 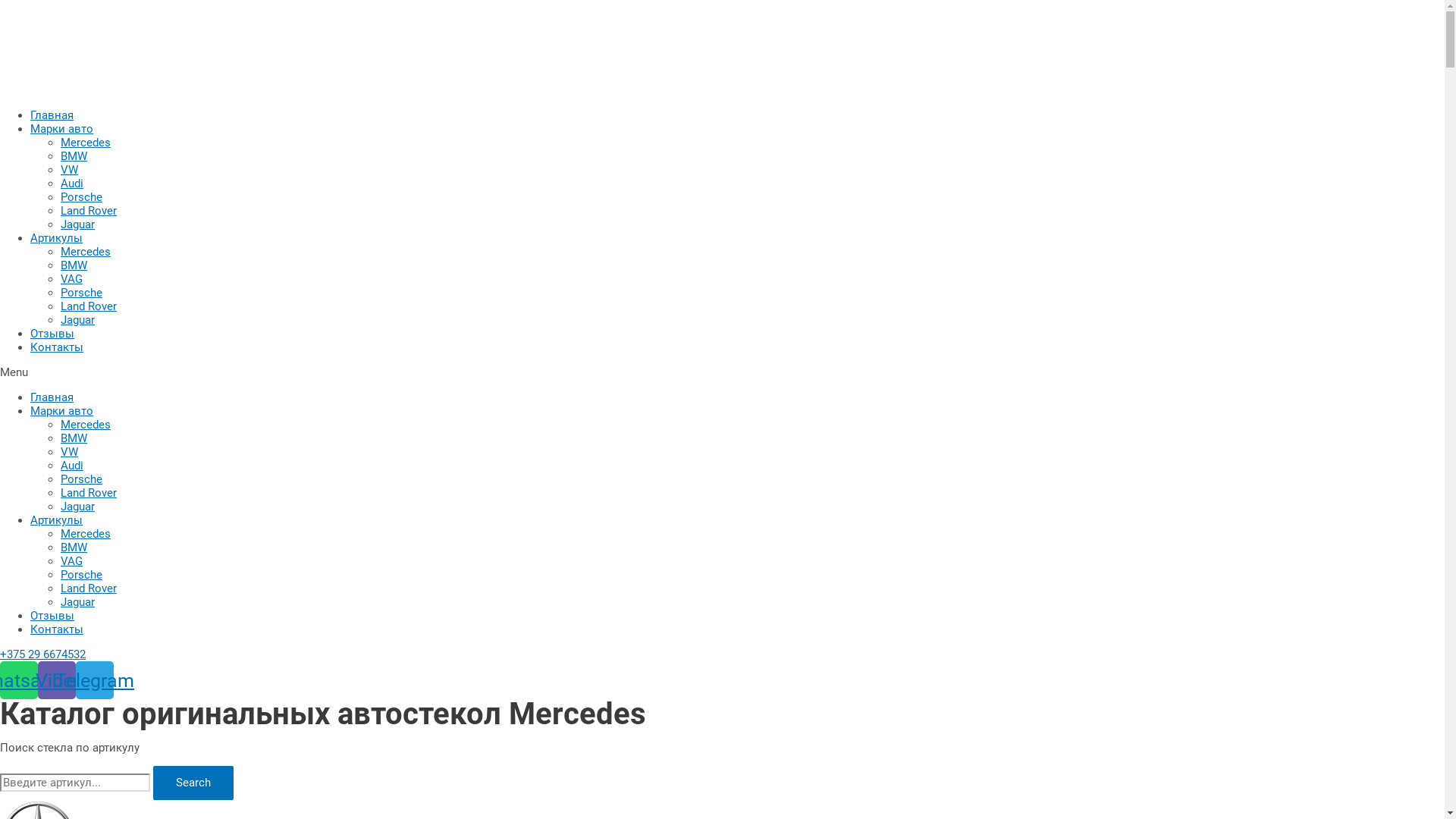 I want to click on 'Search', so click(x=192, y=783).